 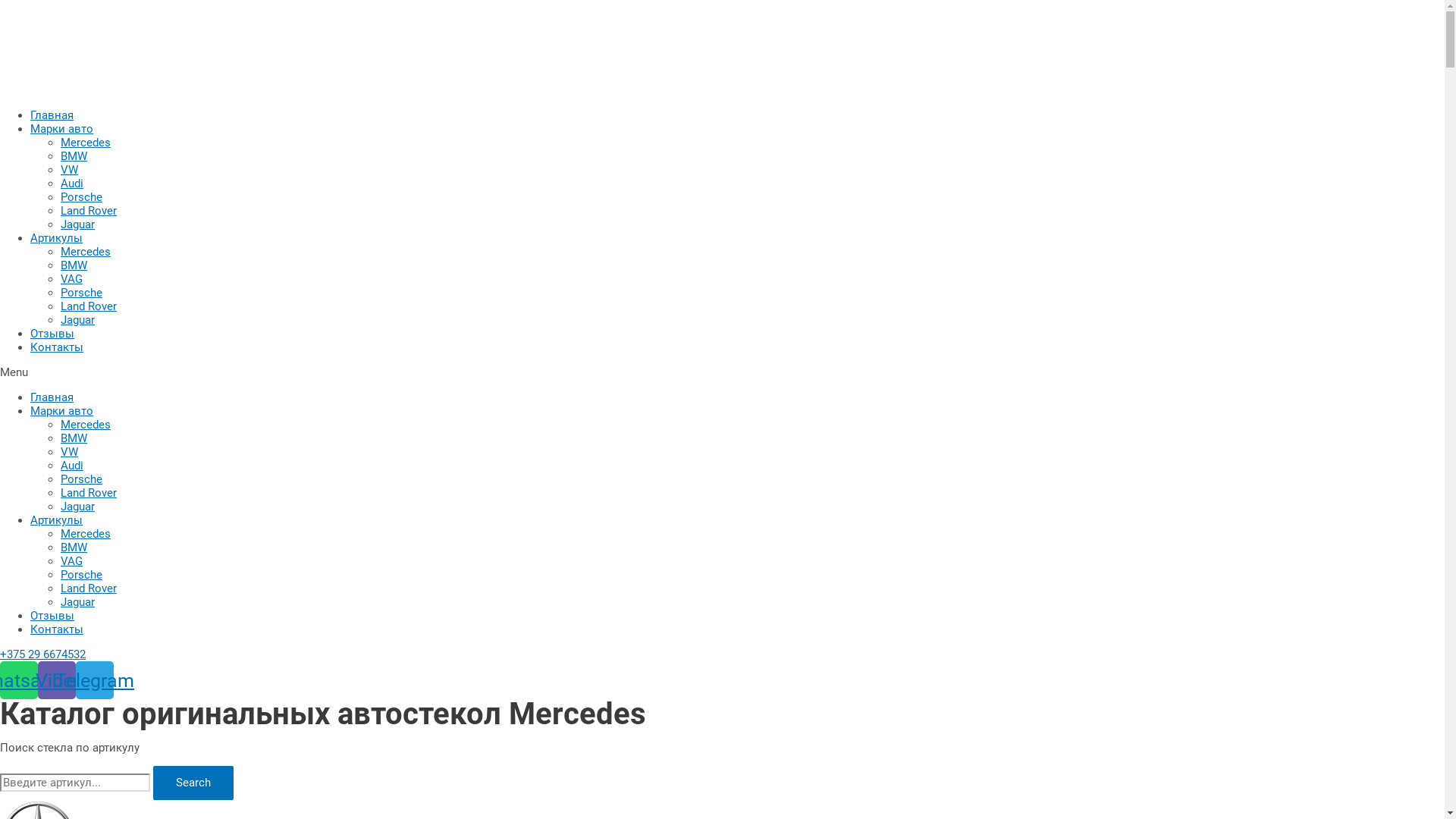 I want to click on 'Search', so click(x=192, y=783).